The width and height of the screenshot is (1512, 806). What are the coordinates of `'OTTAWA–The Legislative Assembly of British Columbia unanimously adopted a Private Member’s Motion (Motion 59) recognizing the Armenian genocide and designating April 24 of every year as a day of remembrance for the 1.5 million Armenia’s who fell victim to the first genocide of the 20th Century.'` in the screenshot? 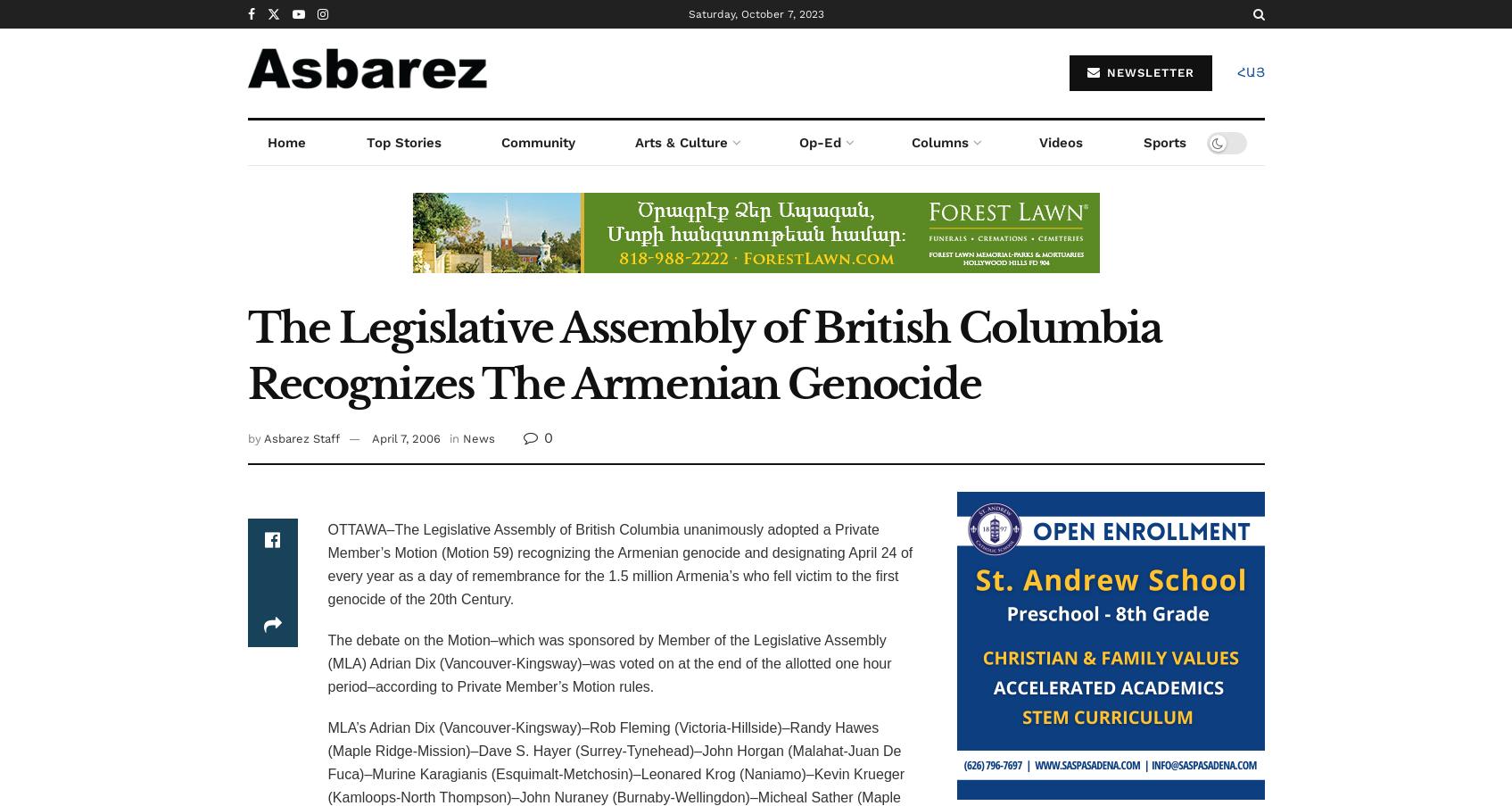 It's located at (619, 563).